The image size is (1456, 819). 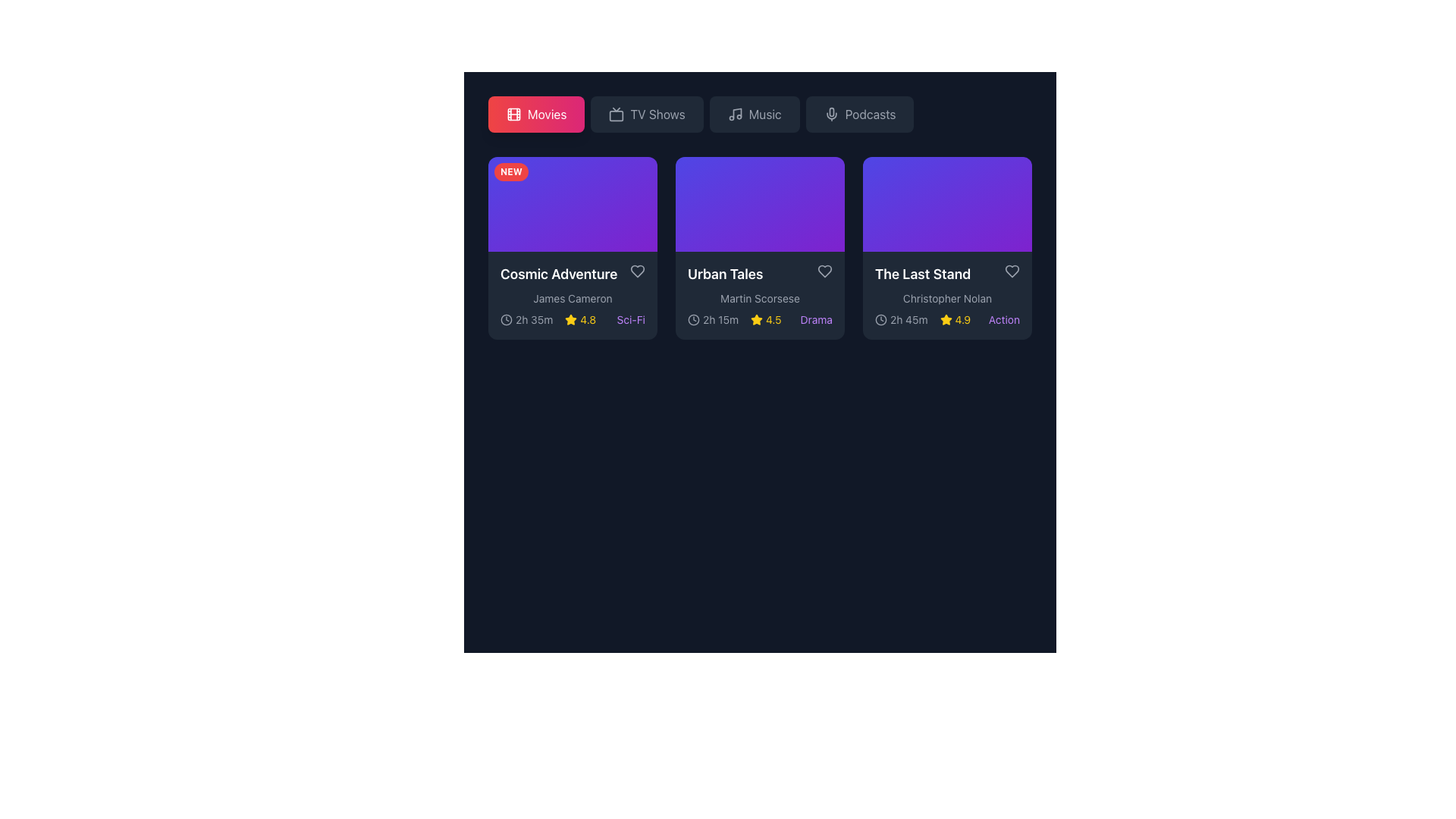 I want to click on the Text label displaying the director's name for the movie 'Urban Tales', located beneath the title and above the duration and rating information, so click(x=760, y=299).